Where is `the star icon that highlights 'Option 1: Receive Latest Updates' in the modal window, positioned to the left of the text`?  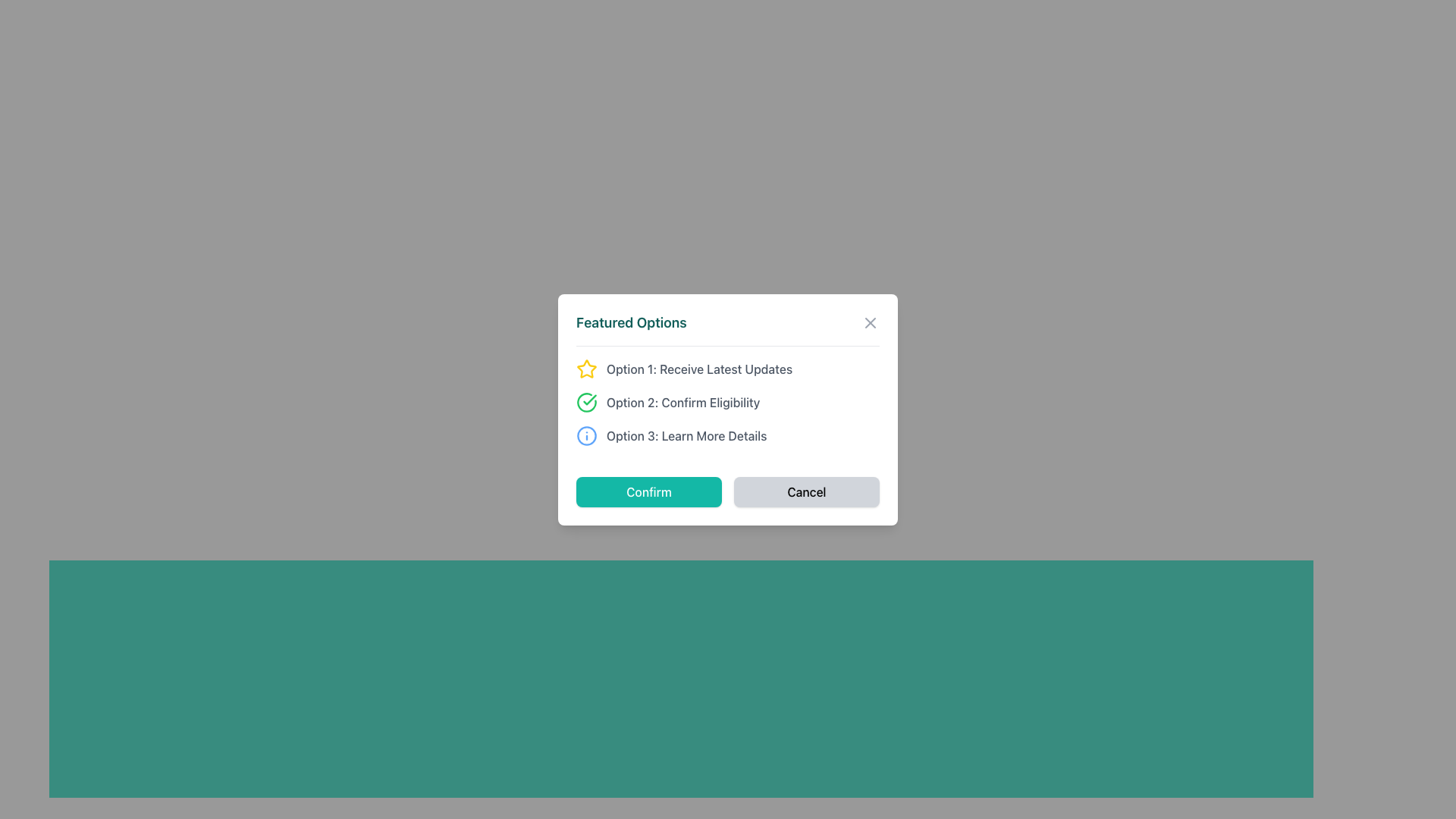 the star icon that highlights 'Option 1: Receive Latest Updates' in the modal window, positioned to the left of the text is located at coordinates (585, 369).